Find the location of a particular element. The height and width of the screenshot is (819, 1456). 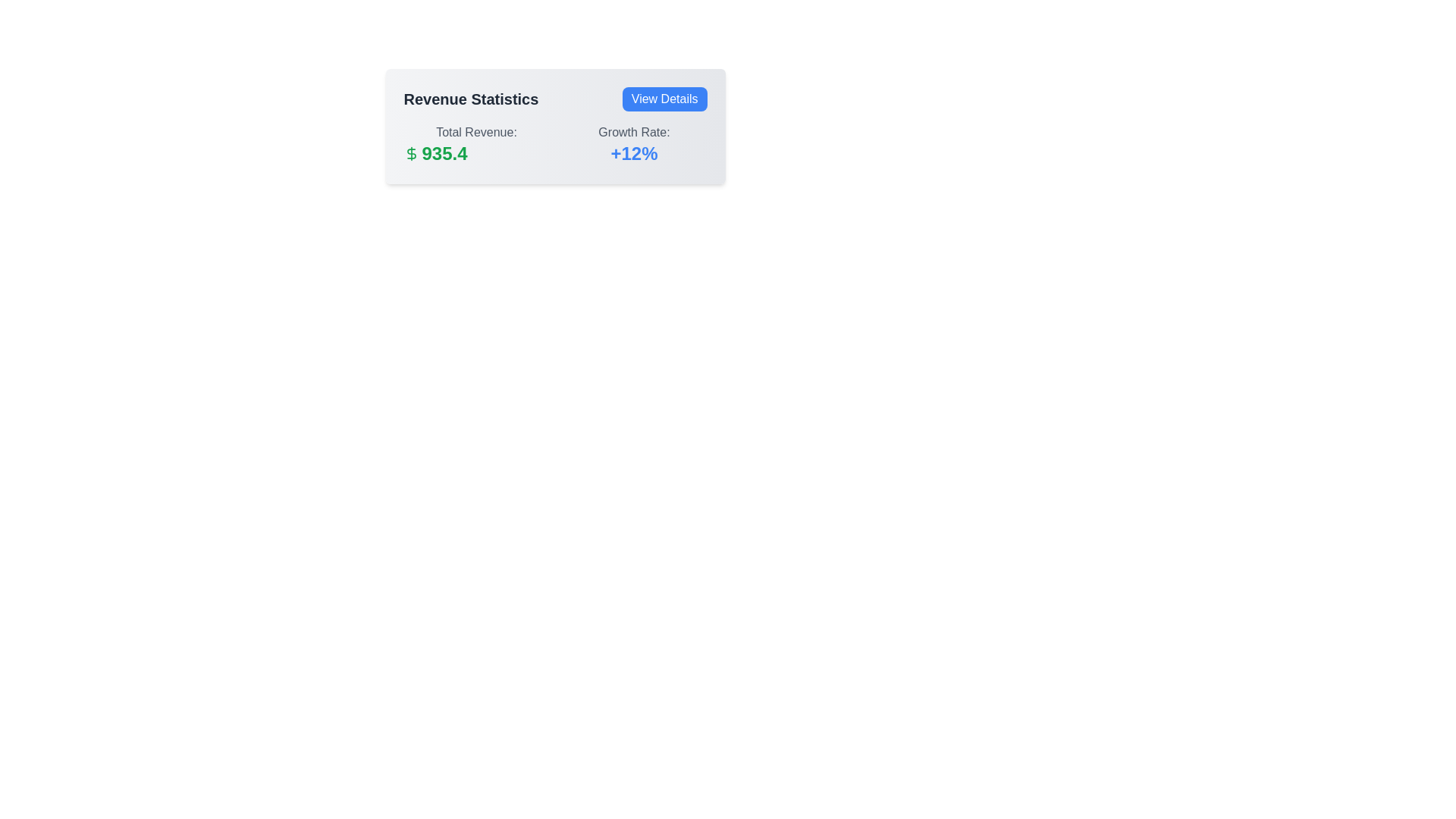

the green dollar sign SVG icon located to the left of the numeric value 935.4 in the 'Total Revenue' section of the 'Revenue Statistics' card is located at coordinates (411, 154).